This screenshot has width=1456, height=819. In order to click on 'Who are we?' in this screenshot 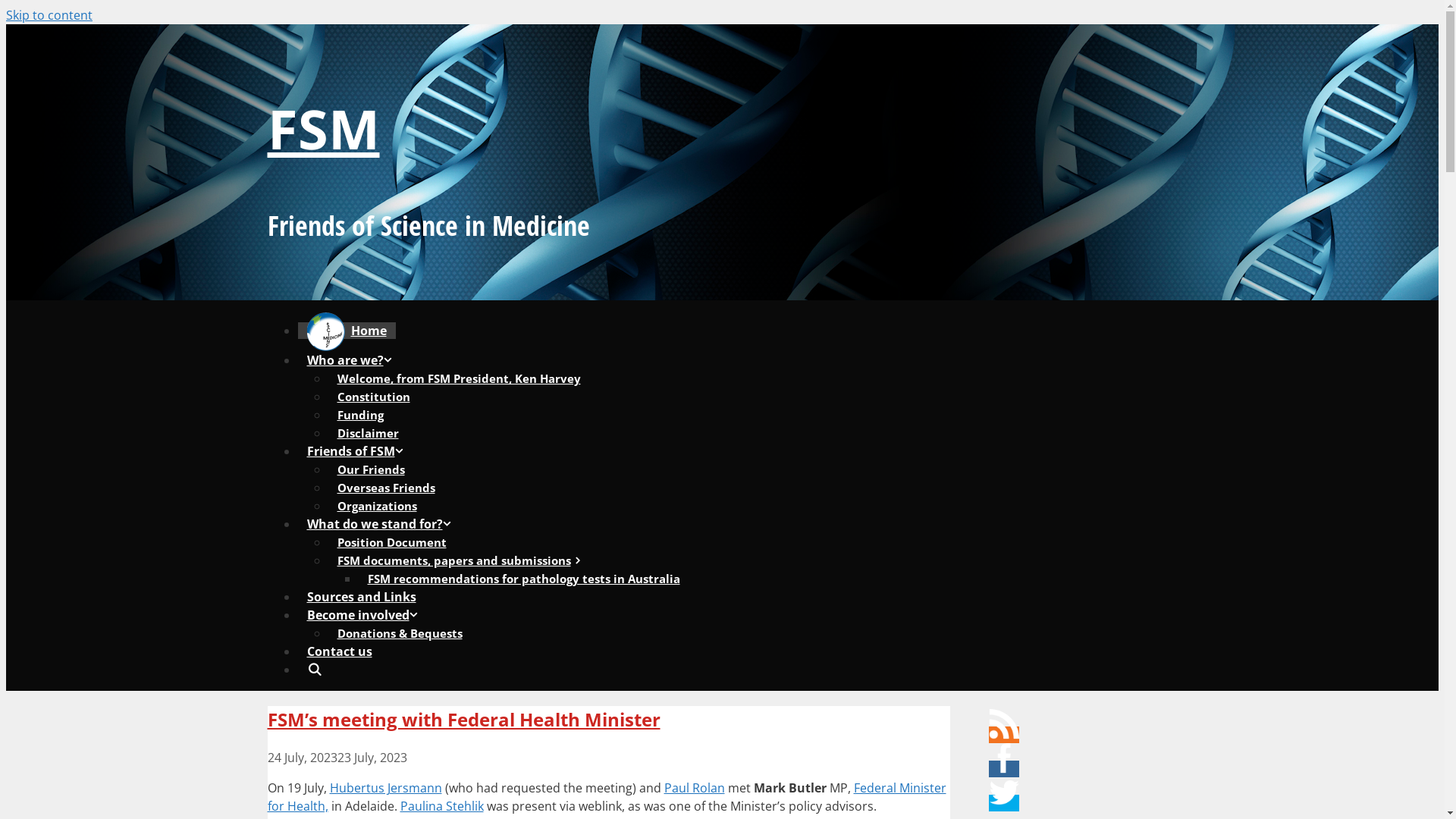, I will do `click(353, 359)`.